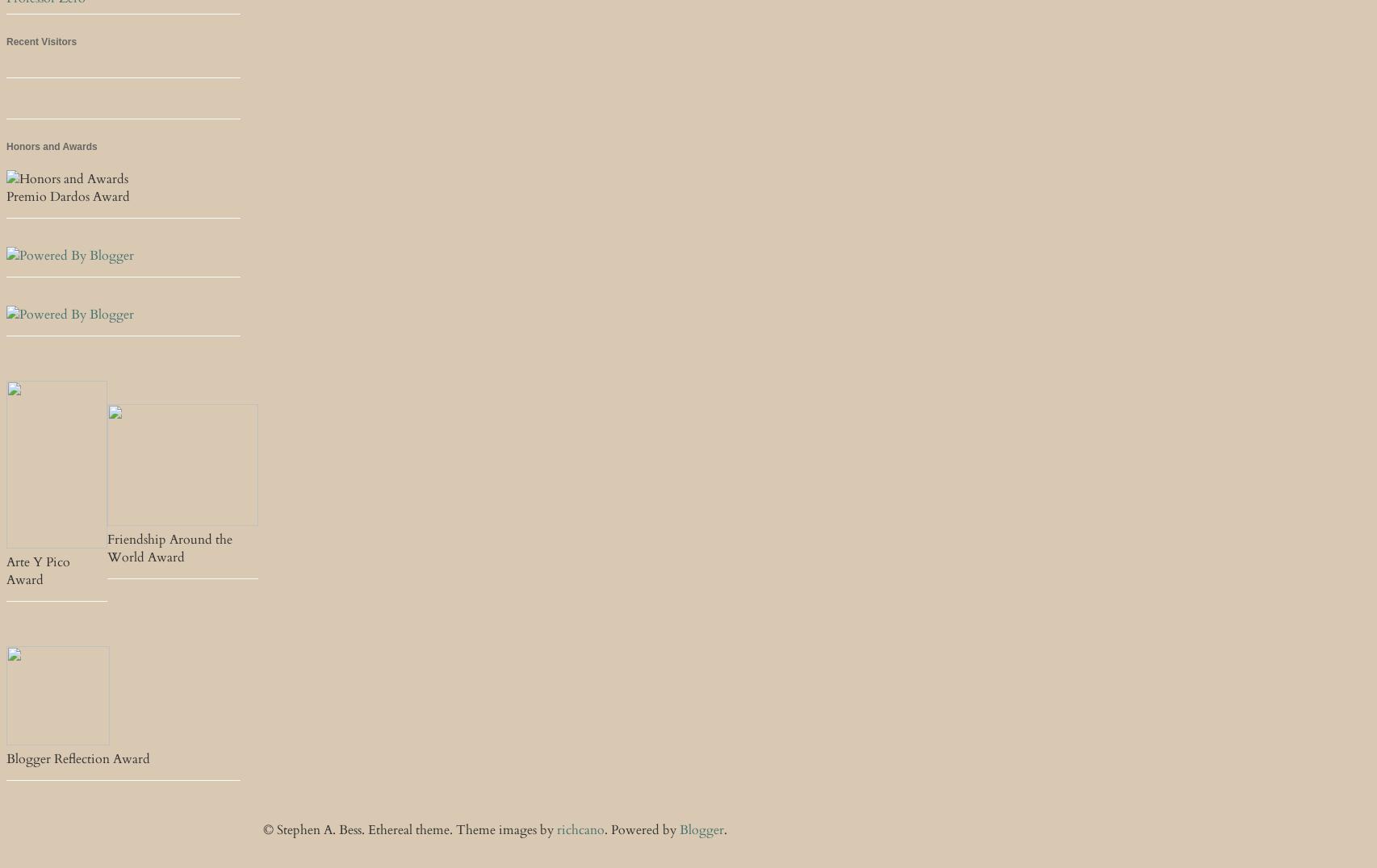 The width and height of the screenshot is (1377, 868). What do you see at coordinates (38, 571) in the screenshot?
I see `'Arte Y Pico Award'` at bounding box center [38, 571].